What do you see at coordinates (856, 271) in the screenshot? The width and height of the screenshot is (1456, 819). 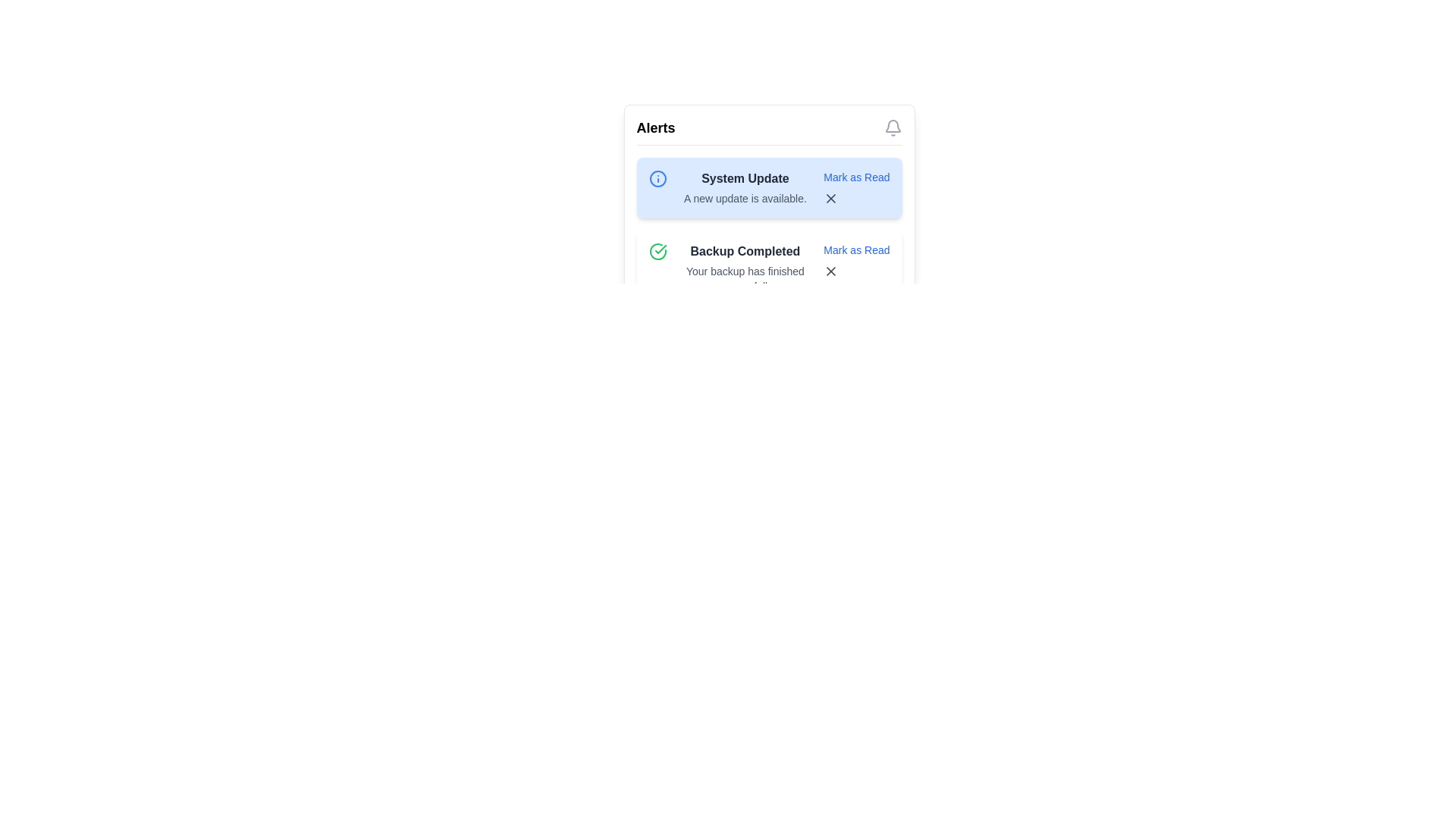 I see `the dismiss button for the 'Backup Completed' notification to trigger a tooltip or highlight effect` at bounding box center [856, 271].